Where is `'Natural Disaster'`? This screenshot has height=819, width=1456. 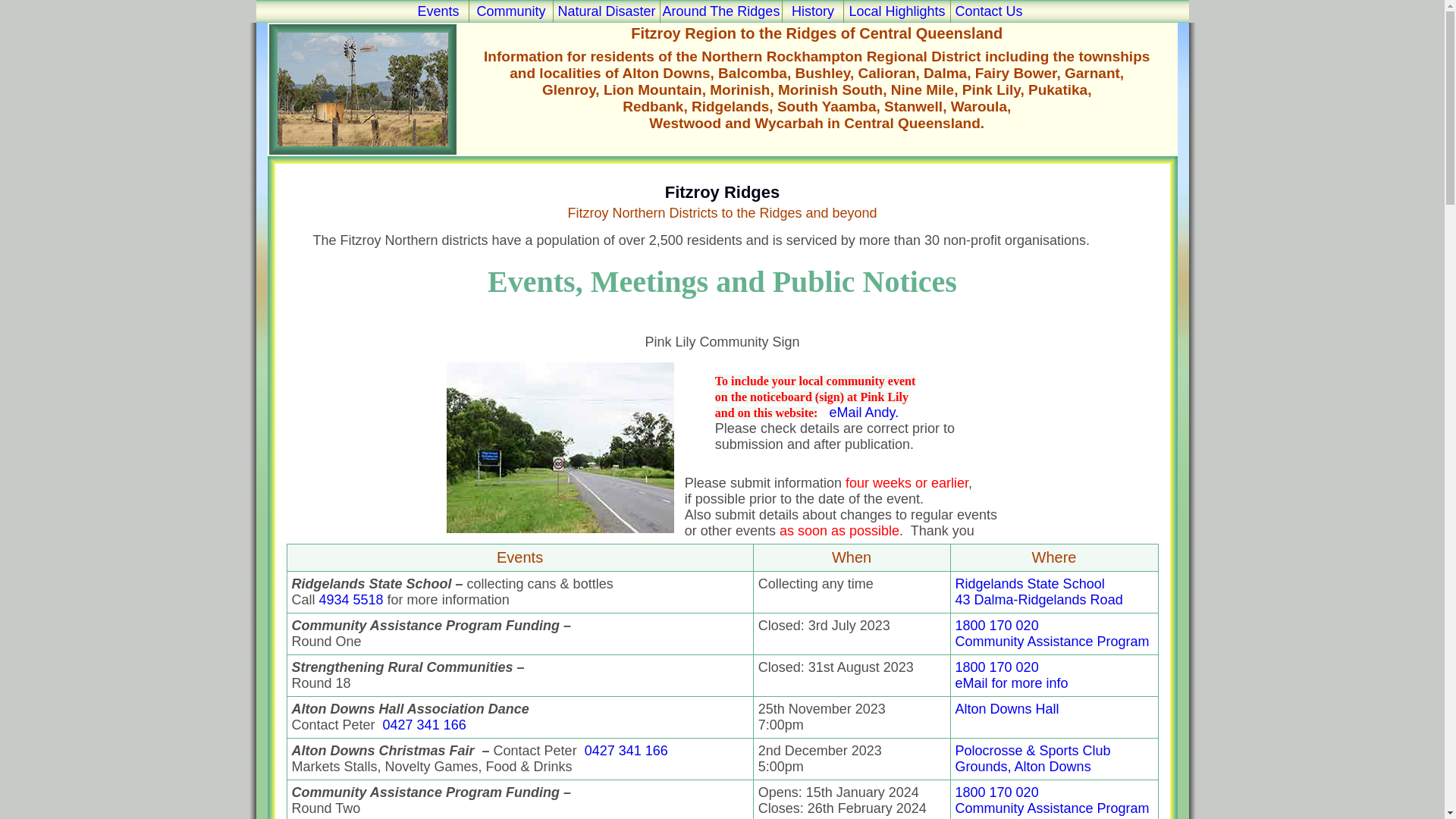
'Natural Disaster' is located at coordinates (607, 11).